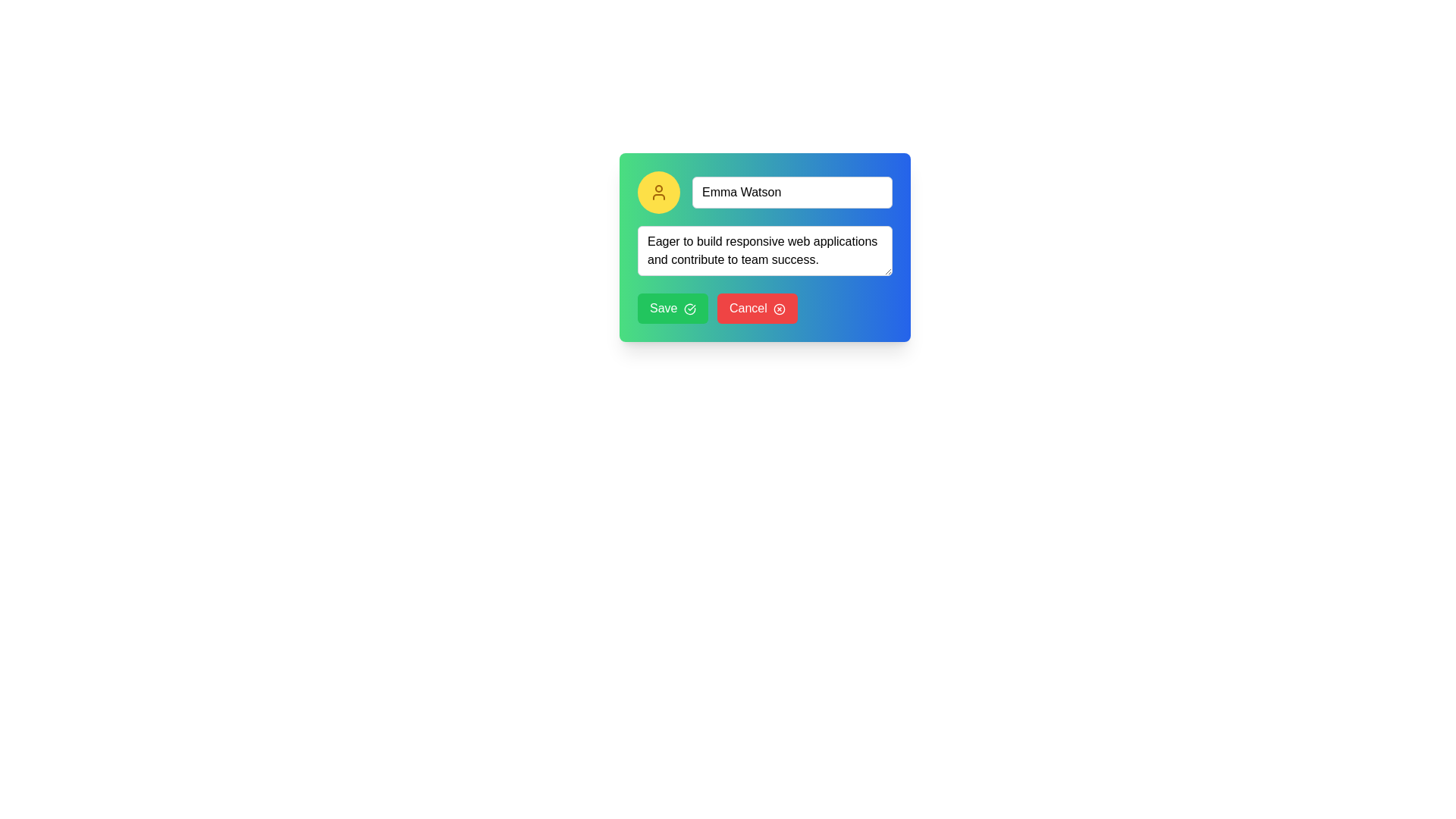  Describe the element at coordinates (689, 308) in the screenshot. I see `details associated with the visual confirmation icon that represents saving or confirming an action, located within the 'Save' button in the lower left section of the interface` at that location.